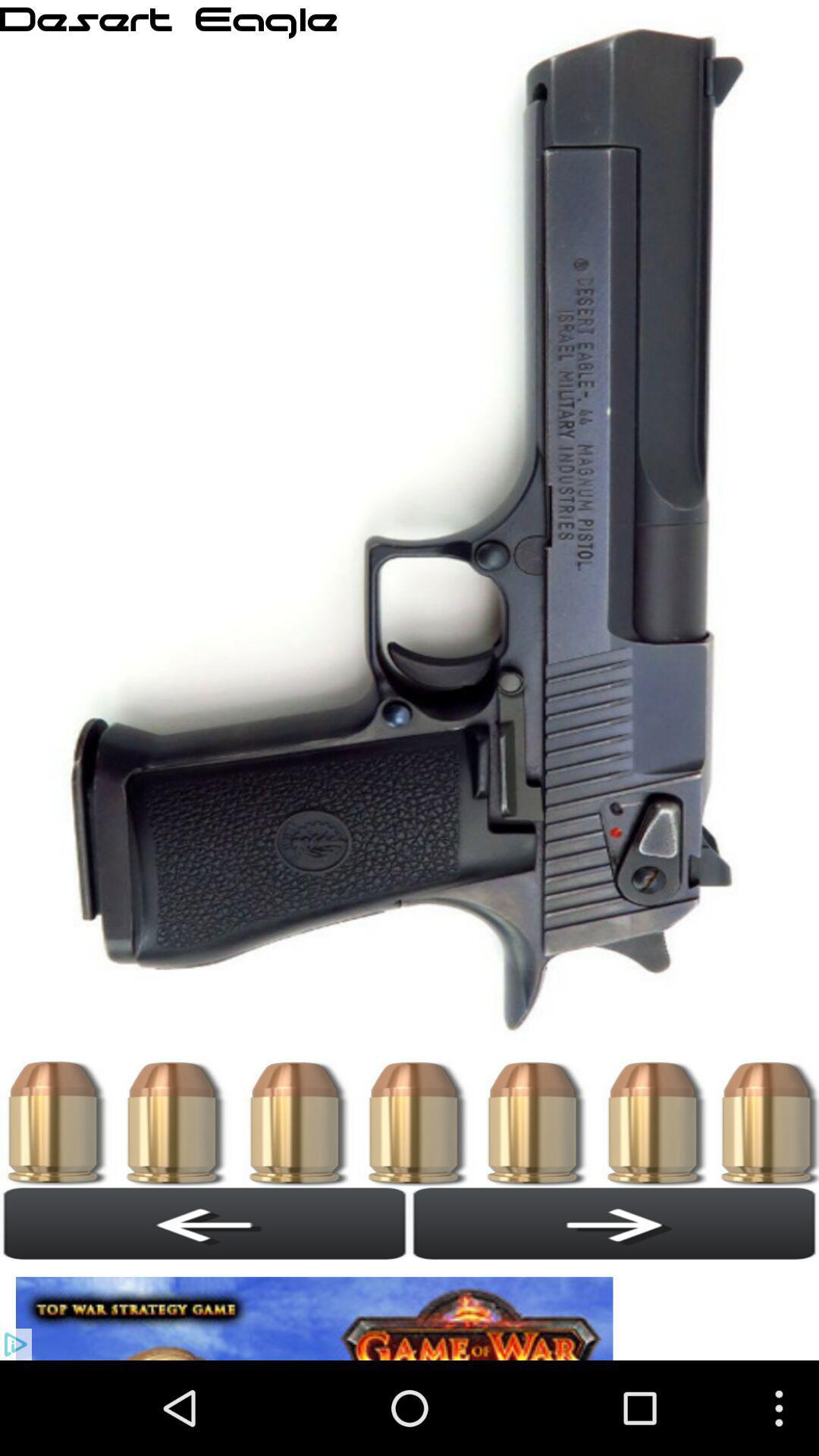 The width and height of the screenshot is (819, 1456). What do you see at coordinates (318, 1310) in the screenshot?
I see `open the advertisement link` at bounding box center [318, 1310].